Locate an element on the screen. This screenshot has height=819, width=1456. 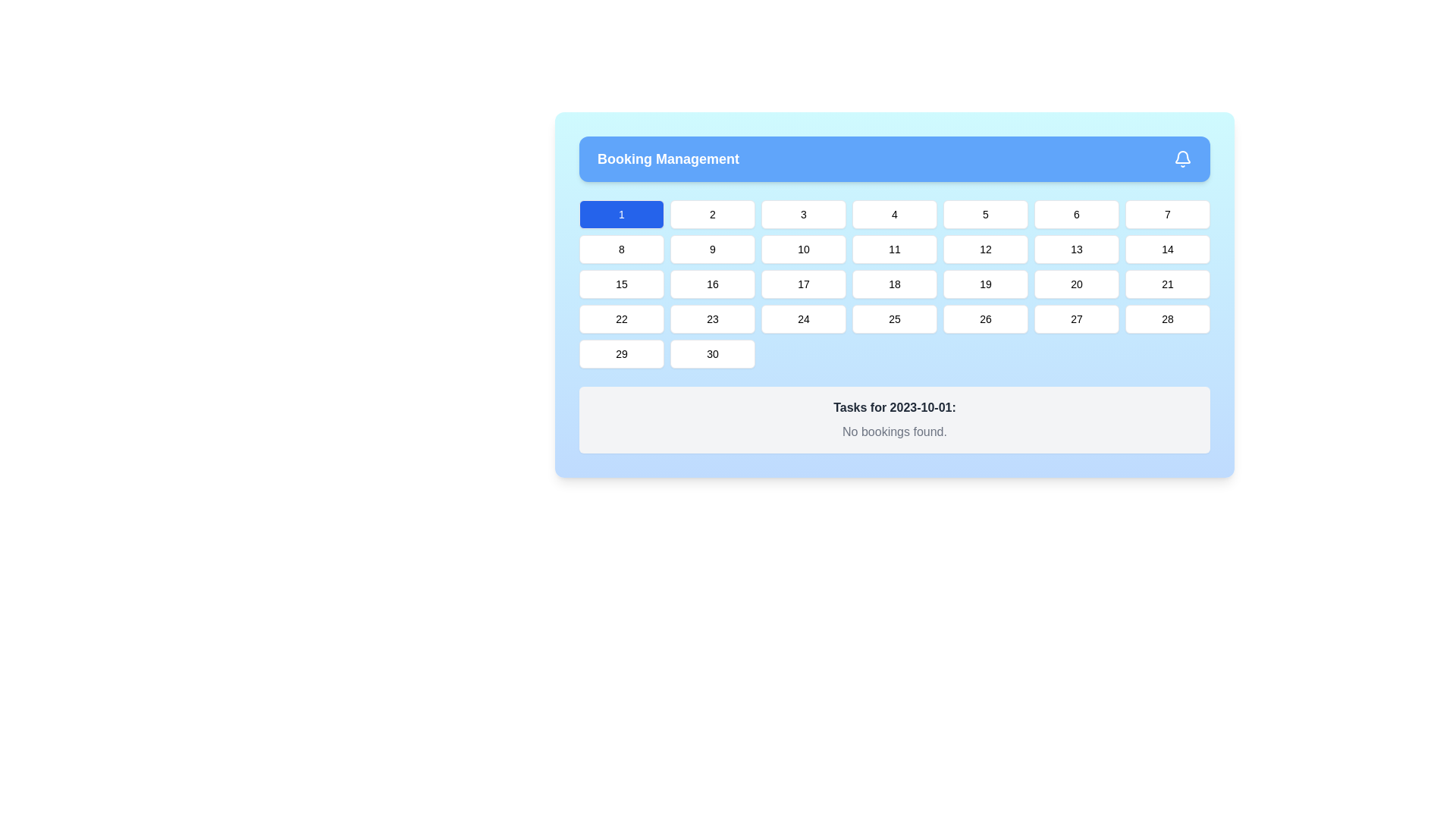
text displayed in the Information Panel which shows 'Tasks for 2023-10-01: No bookings found.' is located at coordinates (895, 420).